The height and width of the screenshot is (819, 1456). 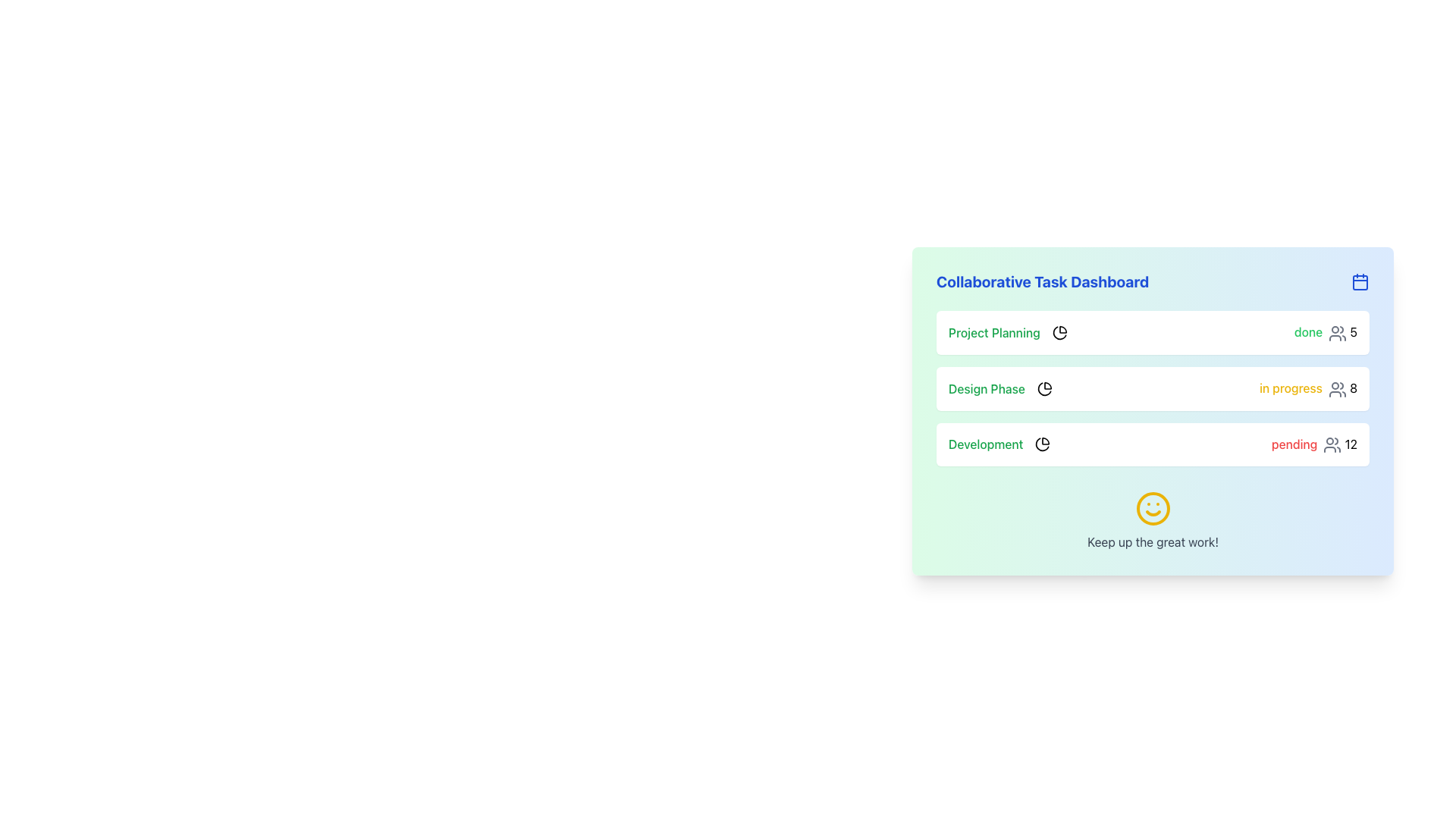 What do you see at coordinates (987, 388) in the screenshot?
I see `the 'Design Phase' text label in the task dashboard, which is located in the second row beneath 'Project Planning'` at bounding box center [987, 388].